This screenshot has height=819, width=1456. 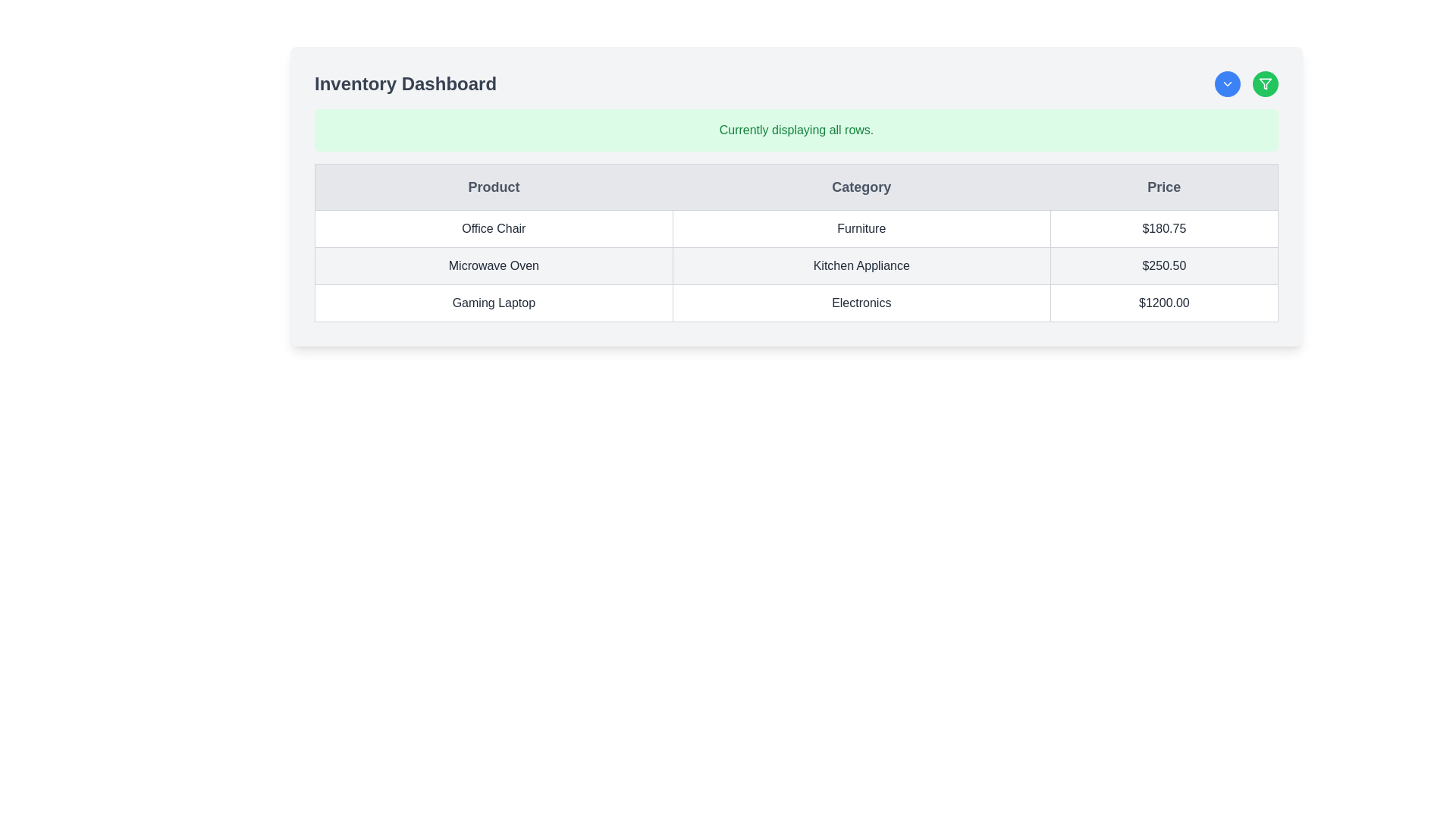 I want to click on the third row of the table displaying the product details for 'Gaming Laptop', 'Electronics', and '$1200.00', so click(x=795, y=303).